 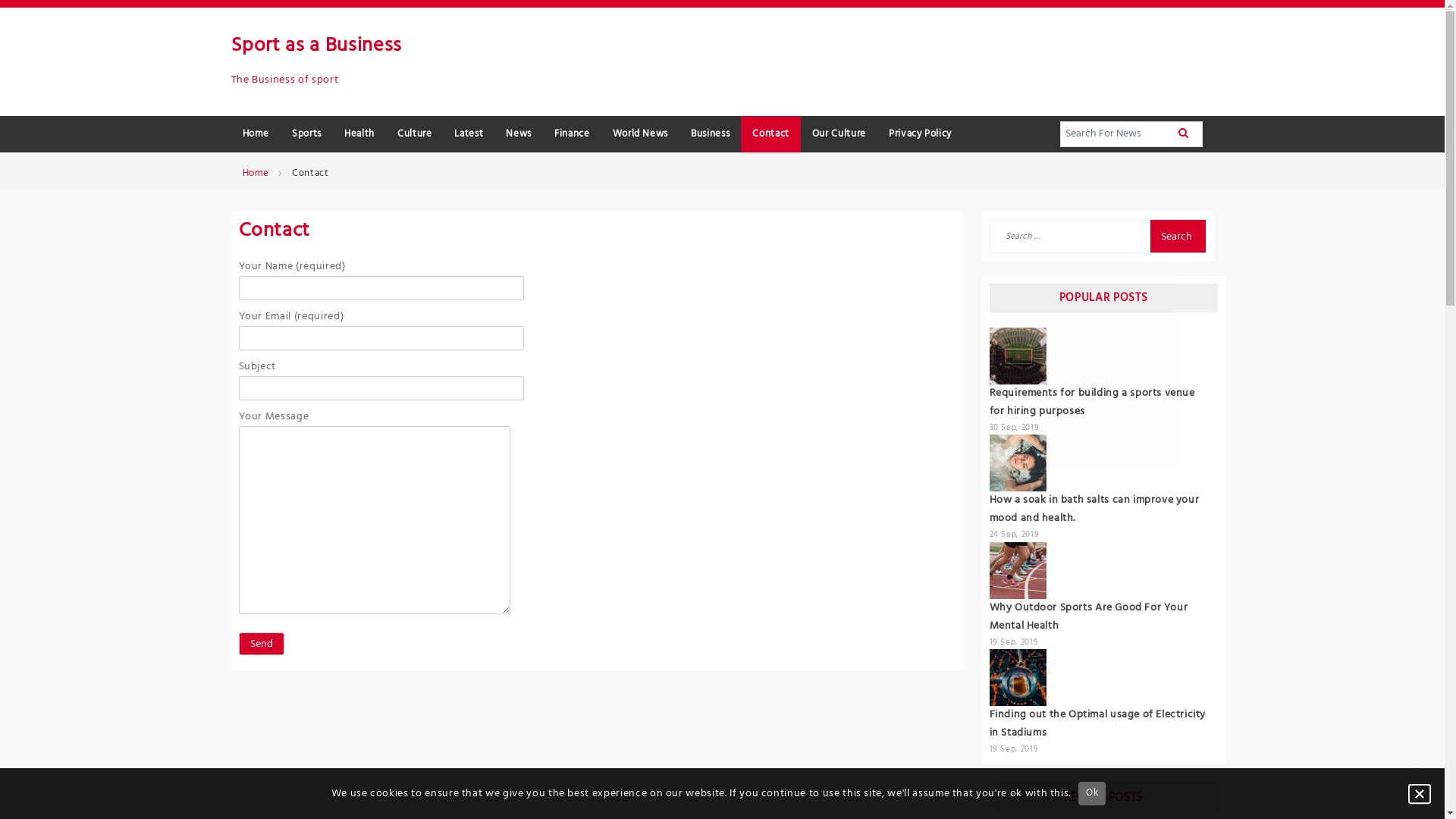 What do you see at coordinates (1176, 236) in the screenshot?
I see `'Search'` at bounding box center [1176, 236].